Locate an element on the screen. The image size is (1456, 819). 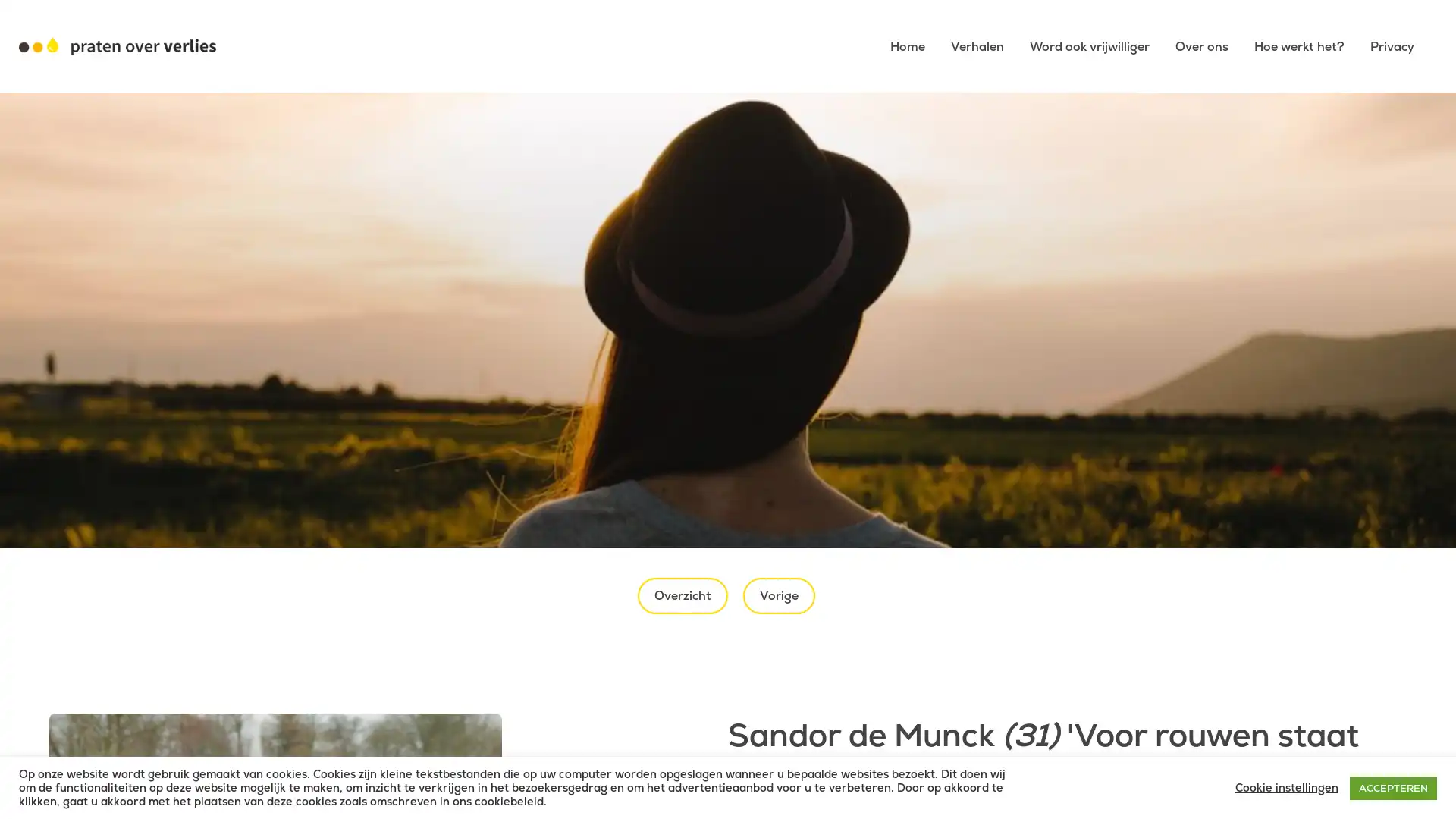
Cookie instellingen is located at coordinates (1286, 786).